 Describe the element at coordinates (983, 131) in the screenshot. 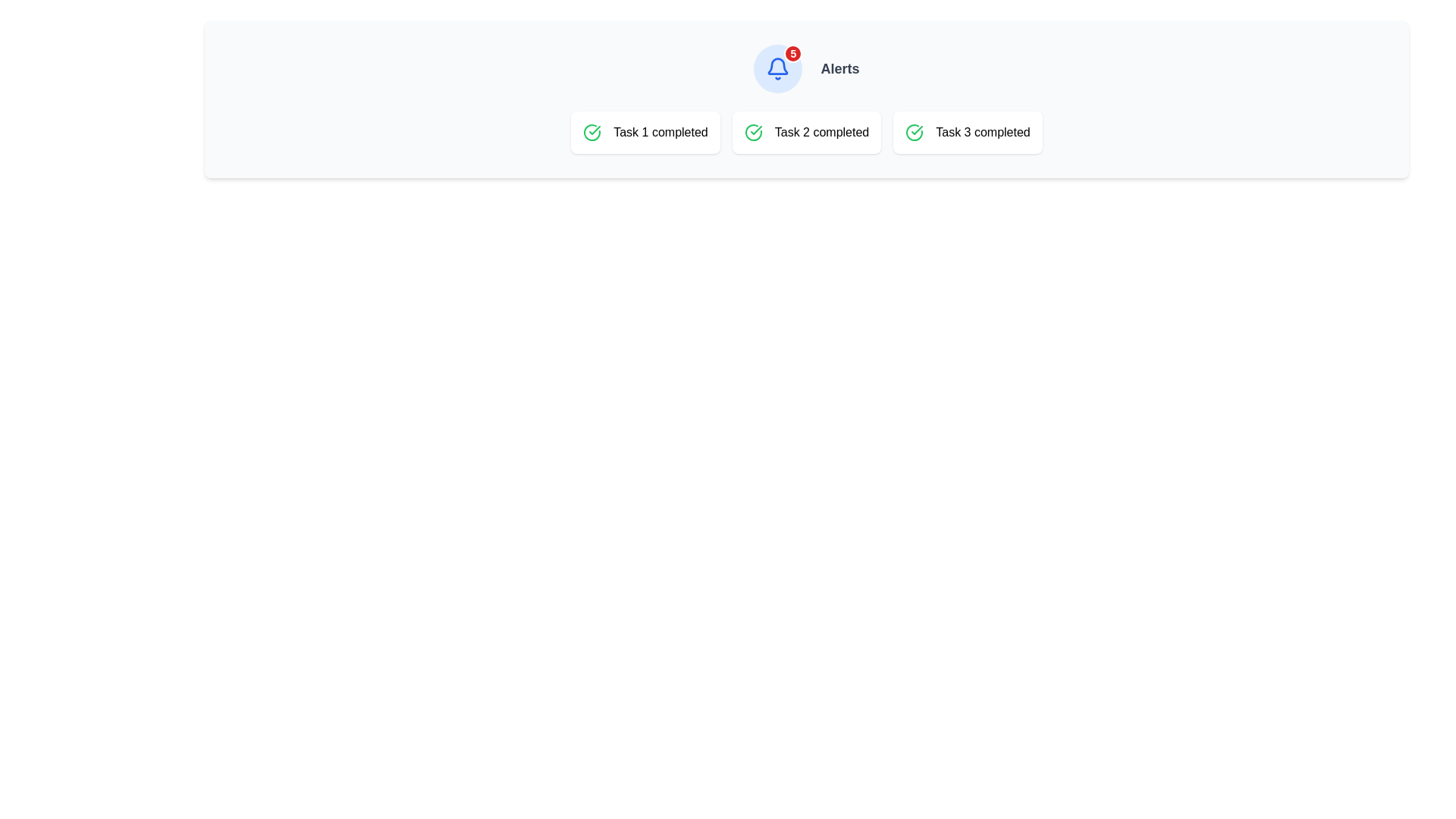

I see `the Text Label that indicates 'Task 3' has been completed, which is the third item in a row of task completion indicators and is positioned to the right of a green check mark icon` at that location.